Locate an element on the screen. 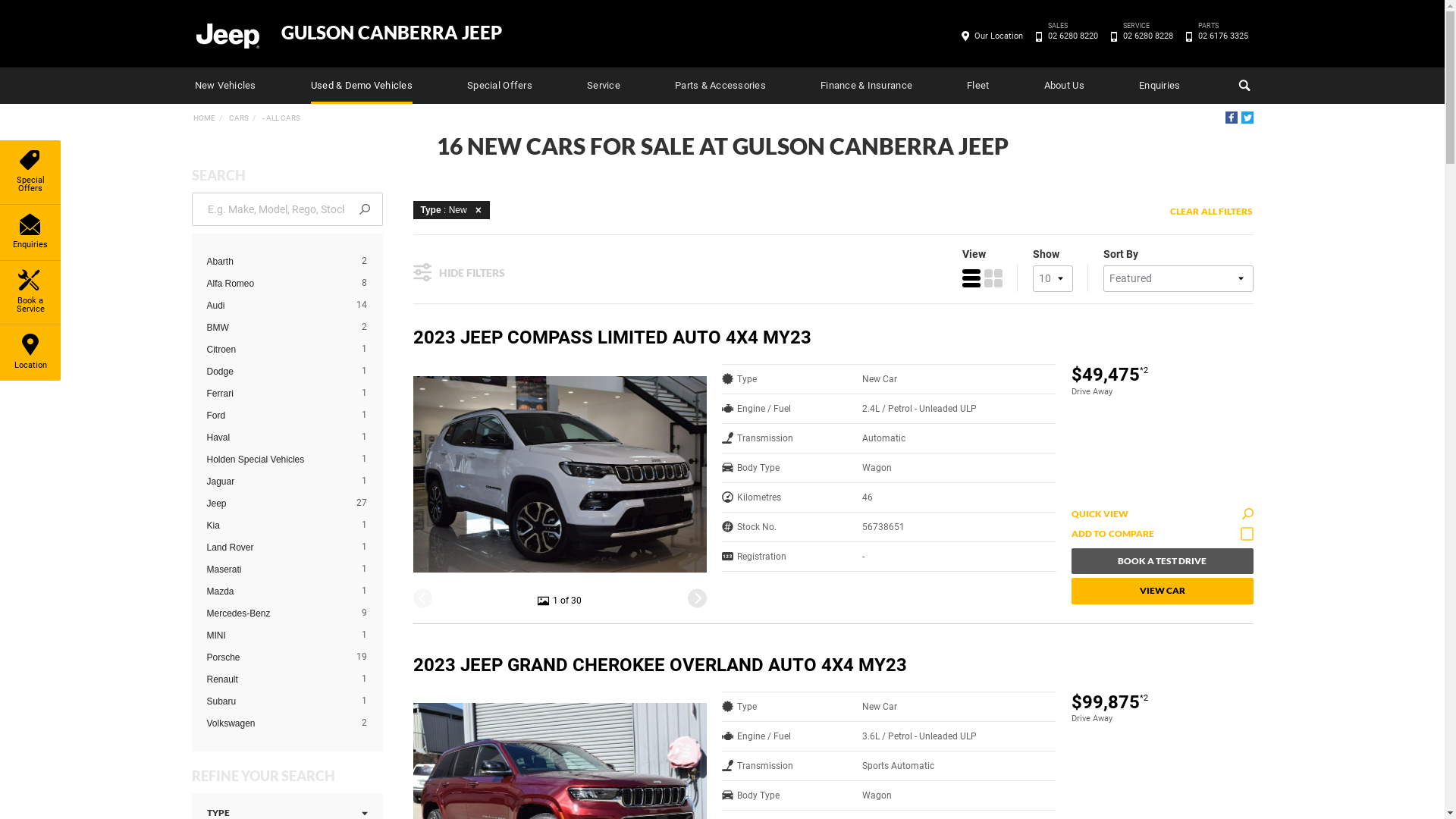  'Dodge' is located at coordinates (275, 371).